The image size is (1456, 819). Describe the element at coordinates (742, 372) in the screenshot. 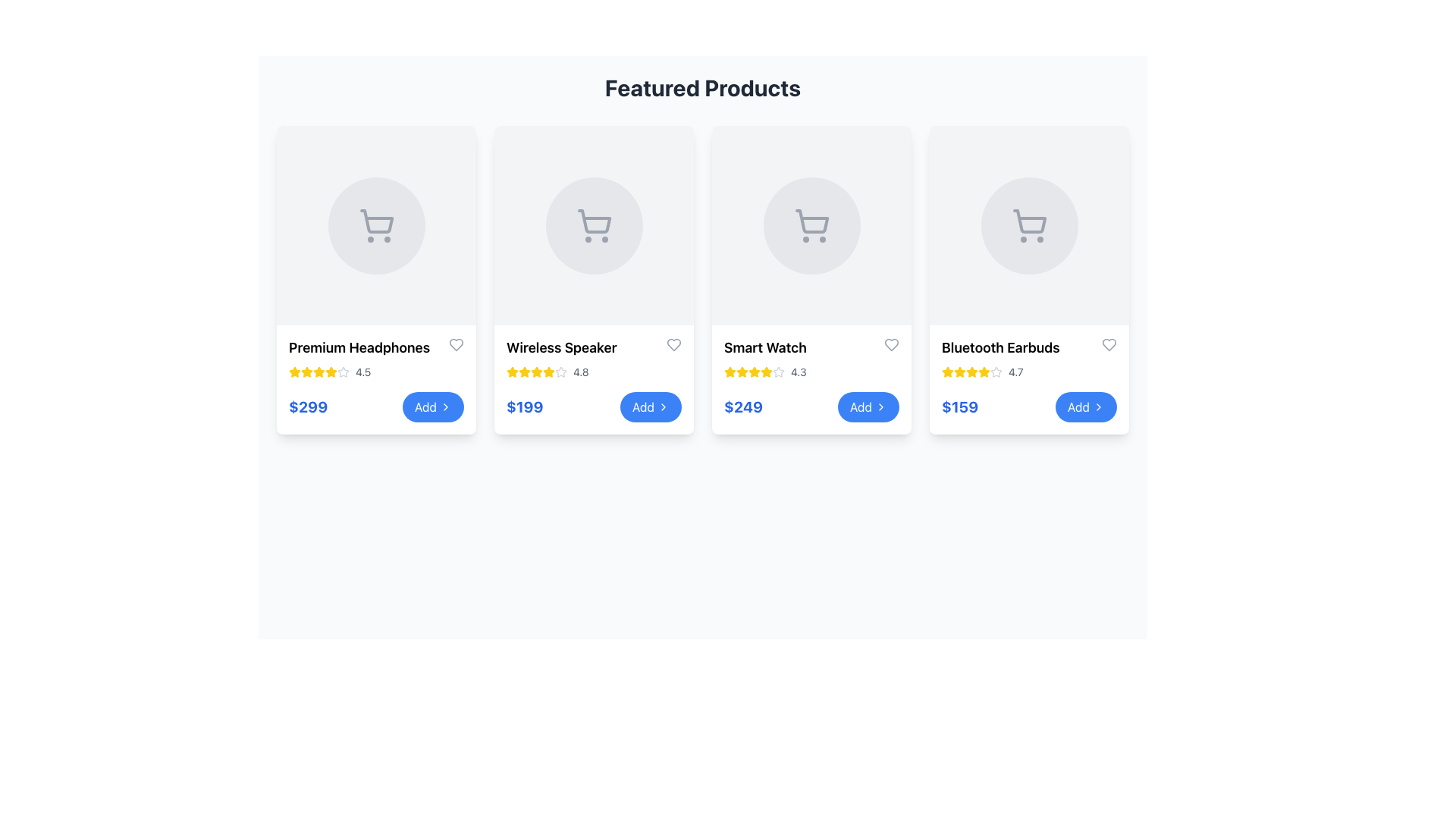

I see `the third yellow star rating icon in the 'Smart Watch' product card` at that location.